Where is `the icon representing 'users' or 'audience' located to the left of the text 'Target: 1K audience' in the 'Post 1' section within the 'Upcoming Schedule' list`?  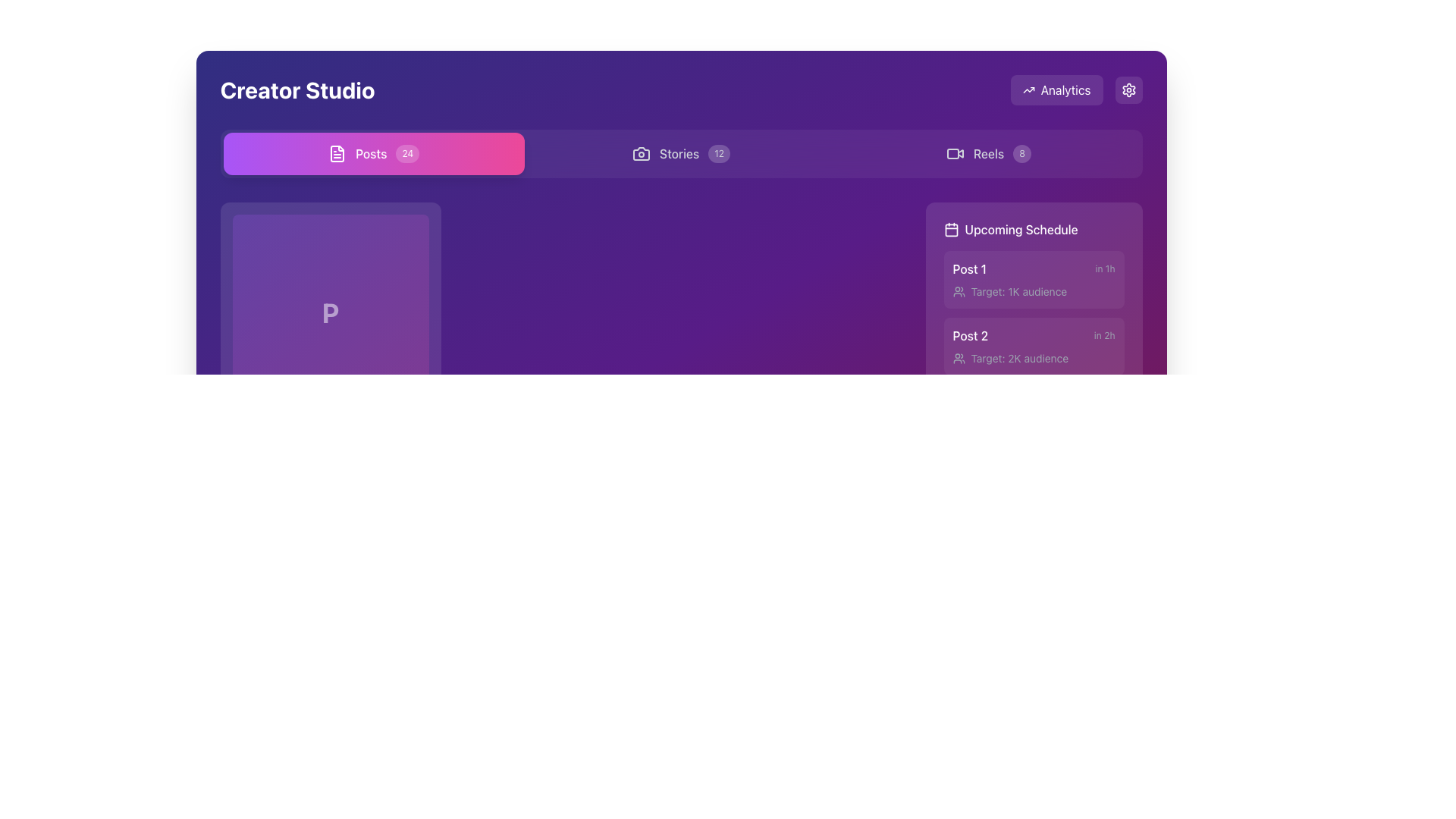 the icon representing 'users' or 'audience' located to the left of the text 'Target: 1K audience' in the 'Post 1' section within the 'Upcoming Schedule' list is located at coordinates (958, 292).